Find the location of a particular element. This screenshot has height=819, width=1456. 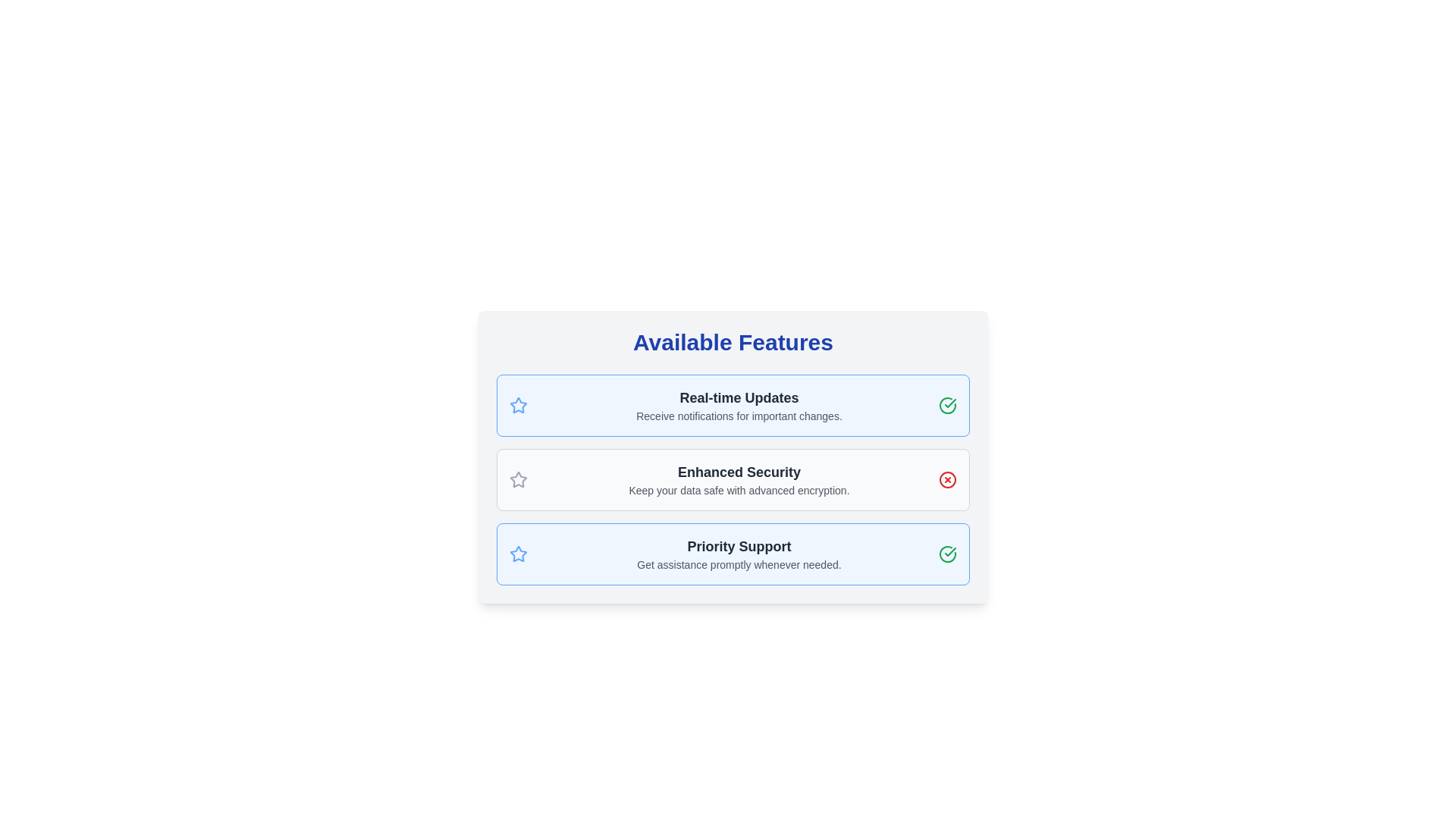

the text block that describes the 'Enhanced Security' feature, which is centrally positioned between the 'Real-time Updates' and 'Priority Support' features is located at coordinates (739, 479).